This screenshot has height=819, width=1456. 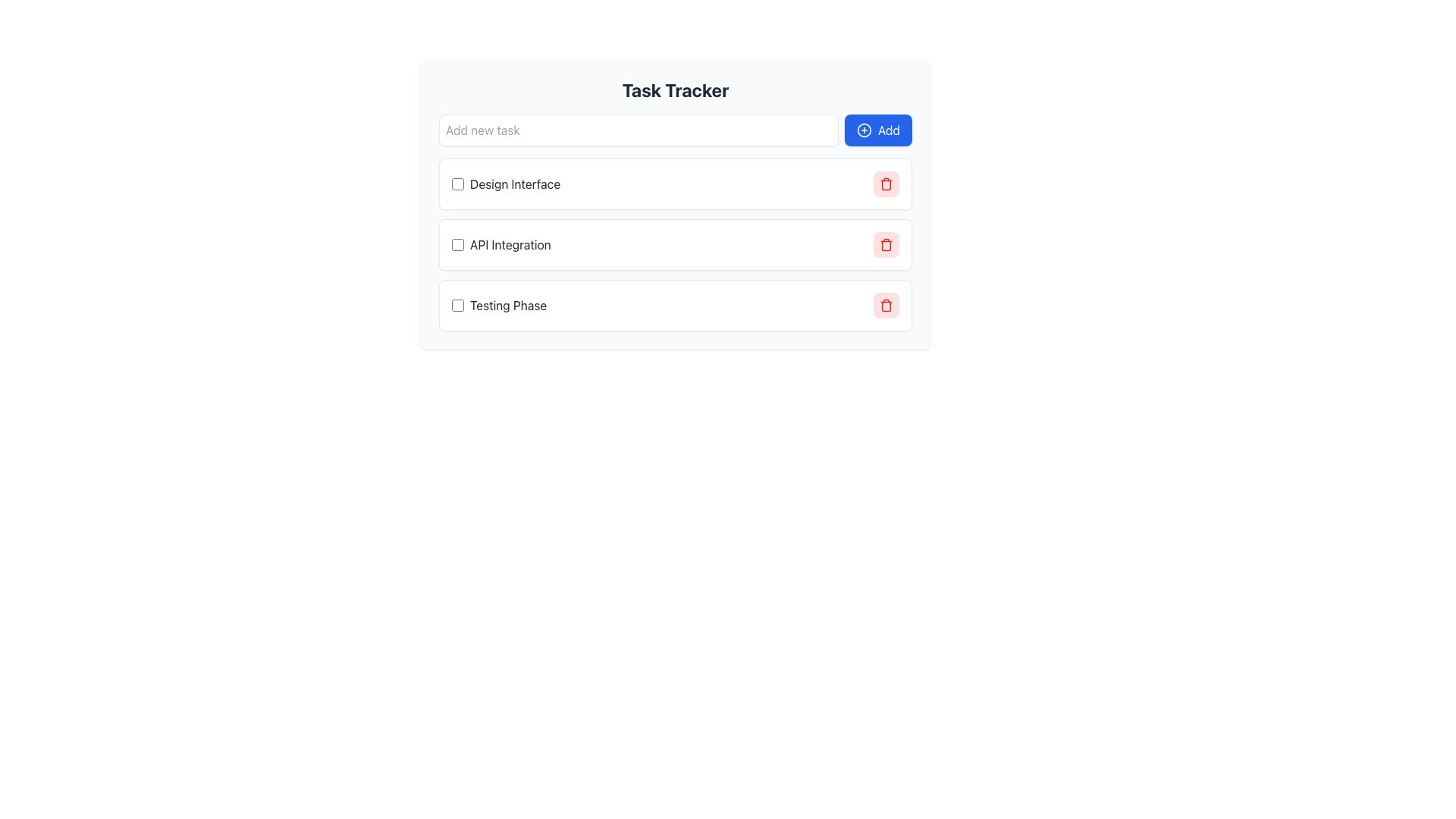 I want to click on the Combined input field with action button located beneath the 'Task Tracker' title, so click(x=675, y=130).